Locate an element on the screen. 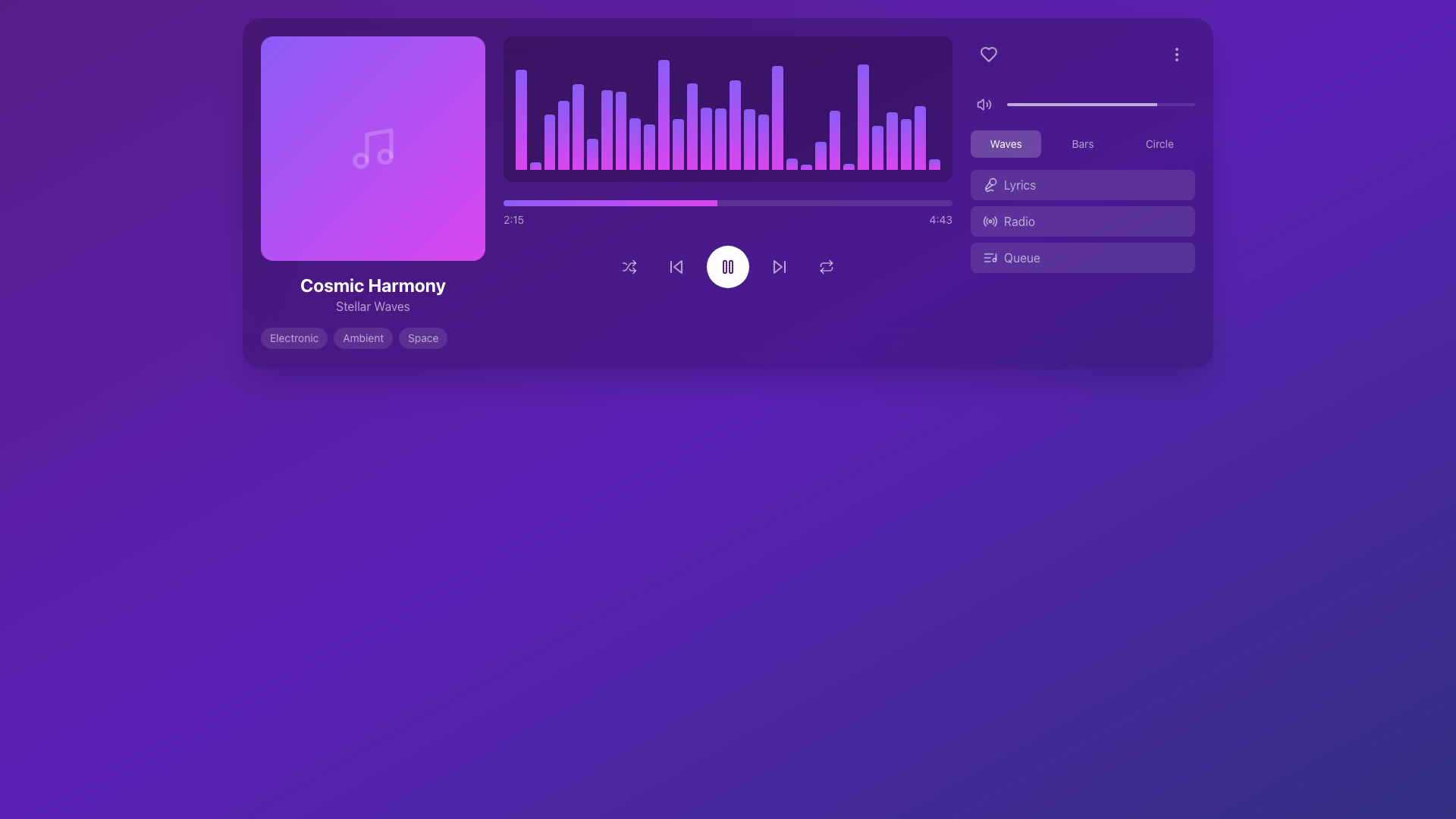  the 'Electronic' category button located in the lower left region of the album section is located at coordinates (294, 337).